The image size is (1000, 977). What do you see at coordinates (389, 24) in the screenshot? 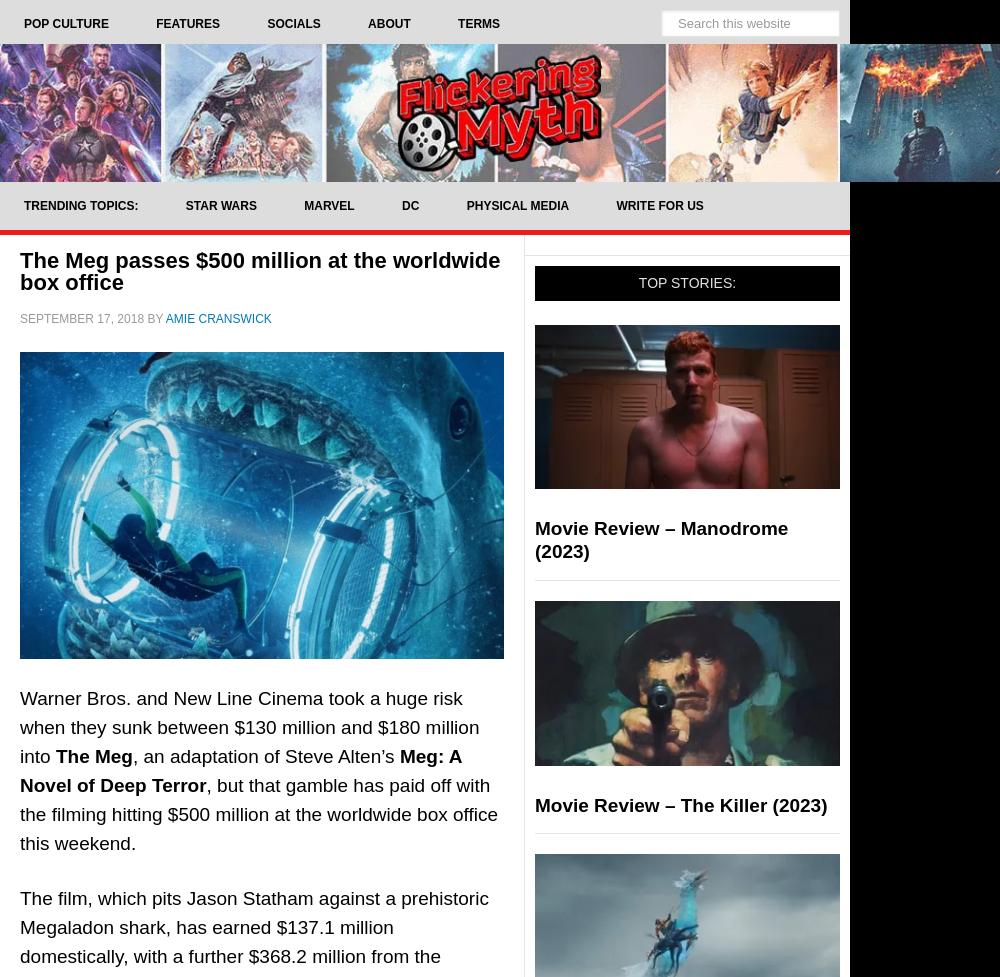
I see `'About'` at bounding box center [389, 24].